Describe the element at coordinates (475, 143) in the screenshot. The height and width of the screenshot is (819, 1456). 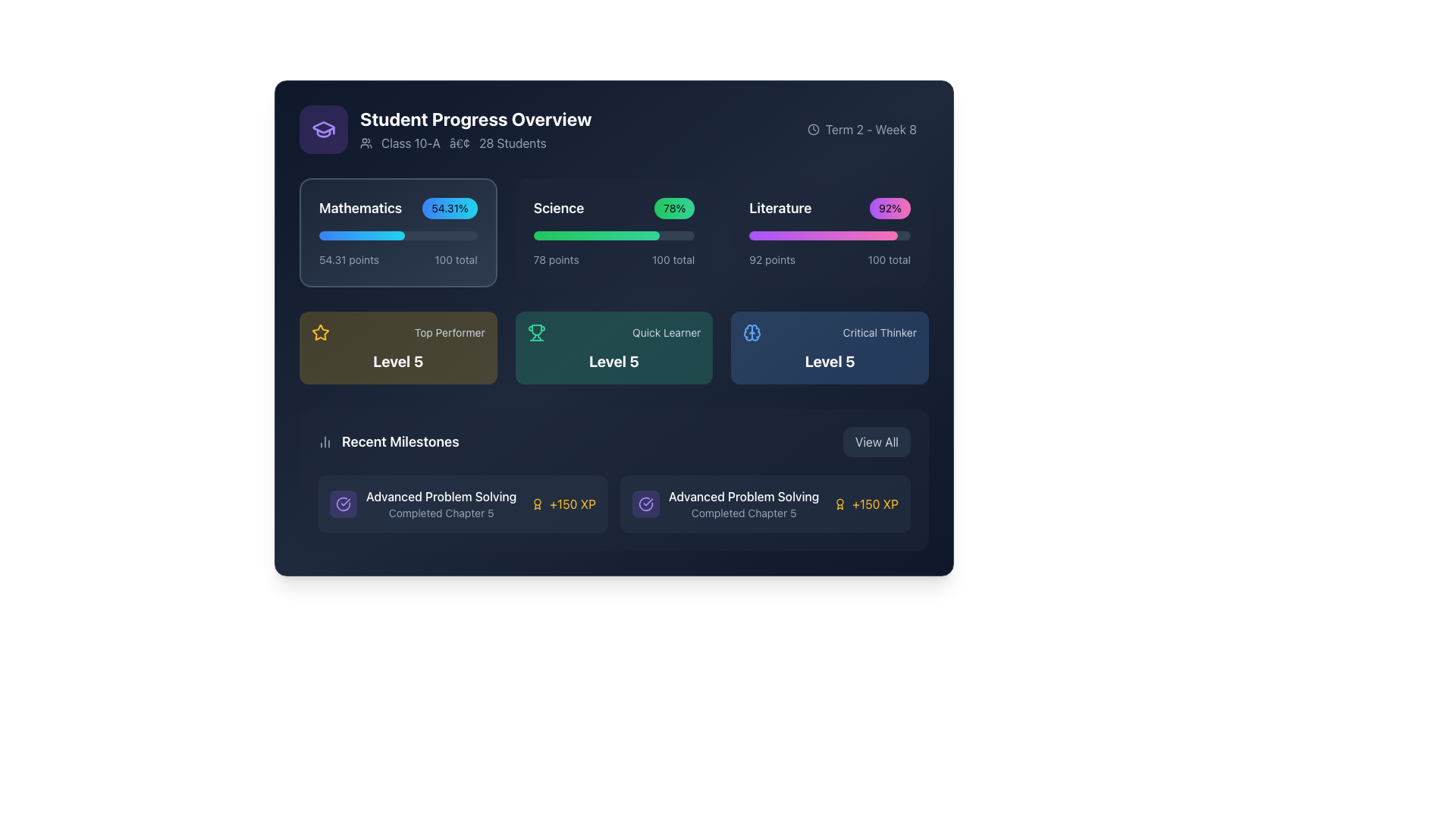
I see `the label component displaying 'Class 10-A • 28 Students' to associate the displayed information with the class details in the dashboard` at that location.